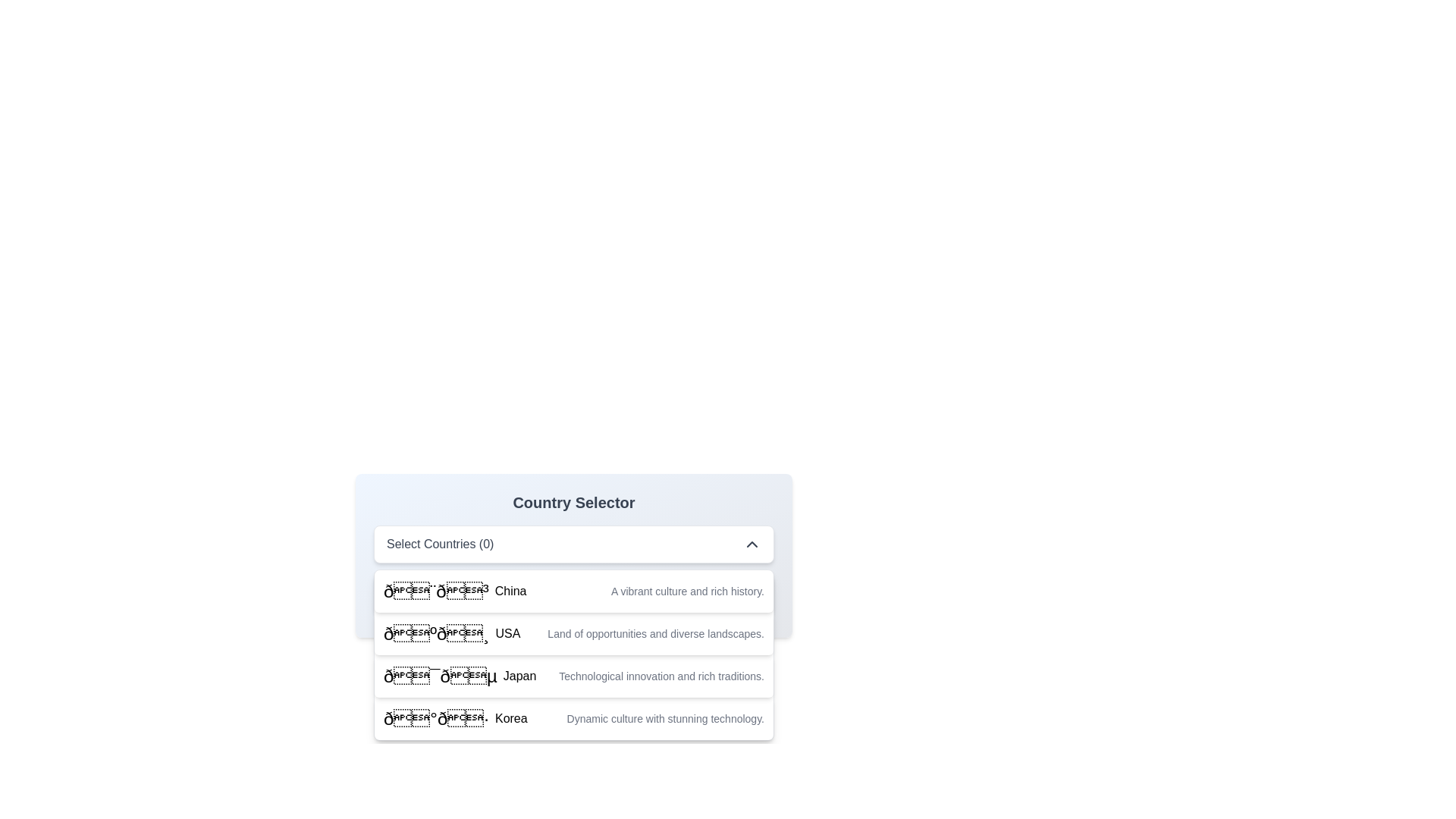  I want to click on the emoji/icon representing the country 'China' located at the first position in the dropdown list, which is to the left of the 'China' label, so click(435, 590).